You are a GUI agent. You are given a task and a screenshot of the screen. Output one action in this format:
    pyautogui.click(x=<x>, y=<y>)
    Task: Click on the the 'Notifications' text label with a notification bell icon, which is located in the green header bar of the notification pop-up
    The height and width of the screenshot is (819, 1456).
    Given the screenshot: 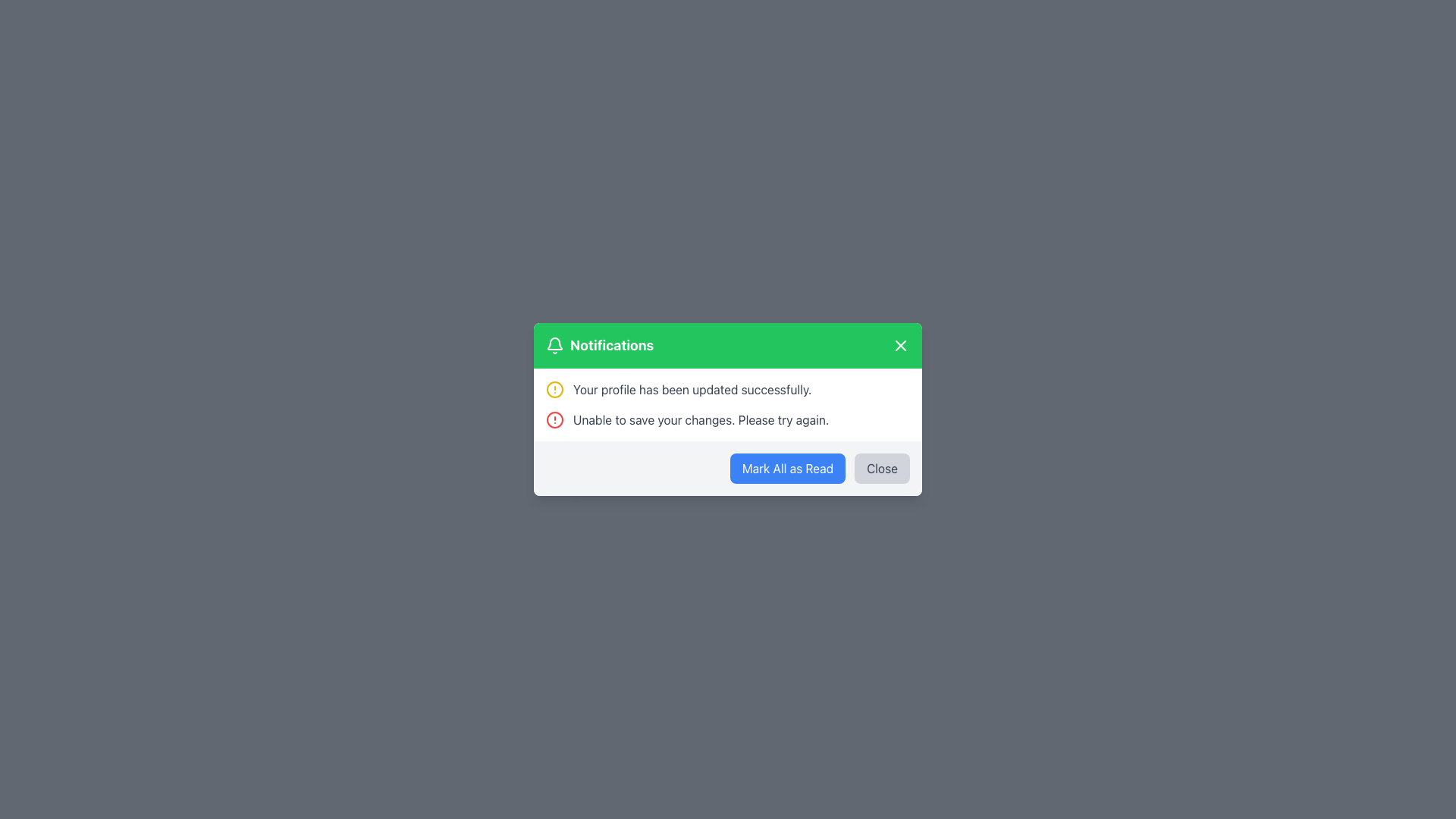 What is the action you would take?
    pyautogui.click(x=599, y=345)
    